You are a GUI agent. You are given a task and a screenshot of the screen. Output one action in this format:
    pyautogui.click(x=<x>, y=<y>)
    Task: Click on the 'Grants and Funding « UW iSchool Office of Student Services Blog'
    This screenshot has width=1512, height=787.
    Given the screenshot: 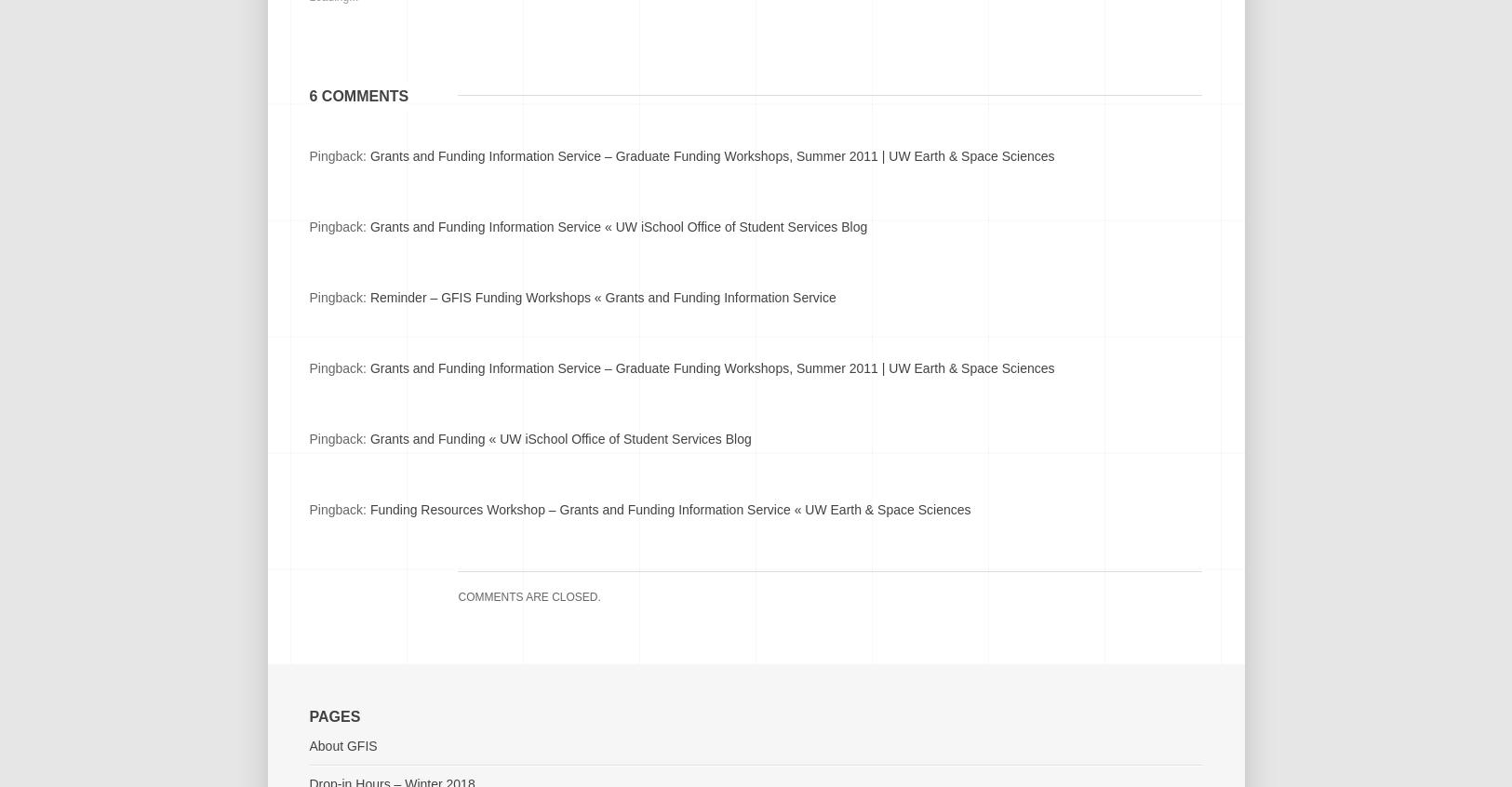 What is the action you would take?
    pyautogui.click(x=559, y=437)
    